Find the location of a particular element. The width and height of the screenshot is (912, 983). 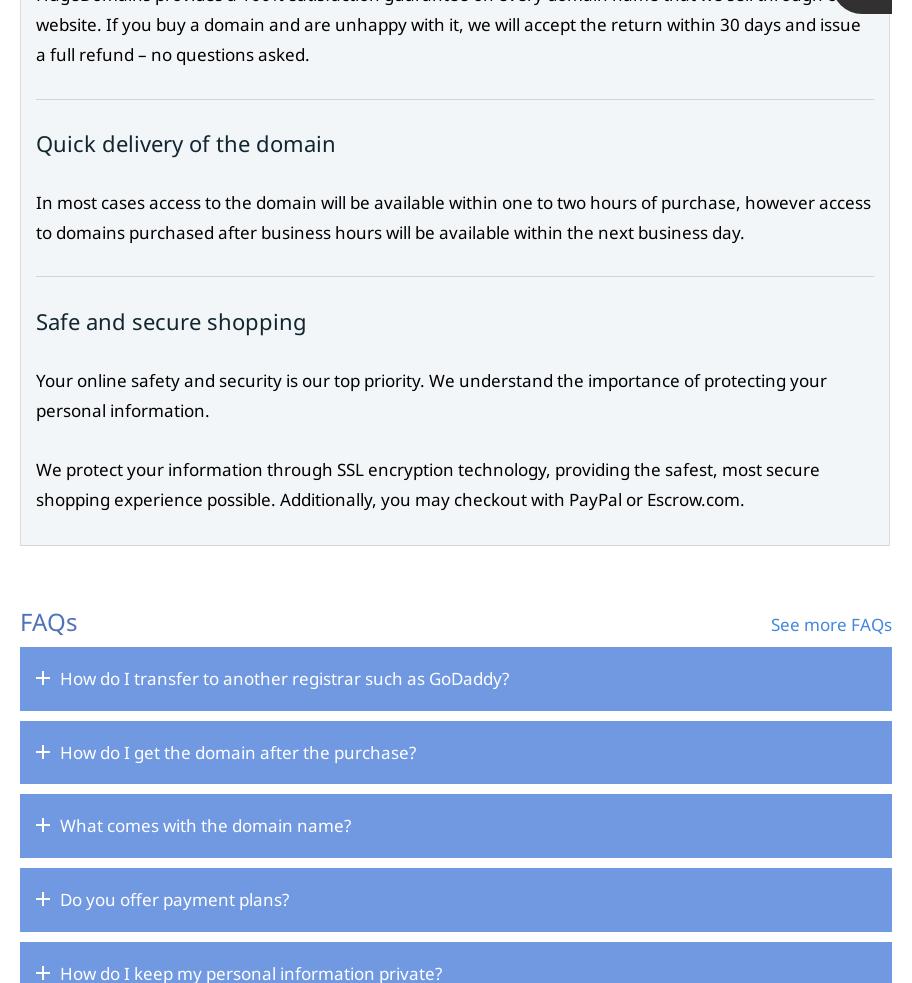

'Quick delivery of the domain' is located at coordinates (185, 142).